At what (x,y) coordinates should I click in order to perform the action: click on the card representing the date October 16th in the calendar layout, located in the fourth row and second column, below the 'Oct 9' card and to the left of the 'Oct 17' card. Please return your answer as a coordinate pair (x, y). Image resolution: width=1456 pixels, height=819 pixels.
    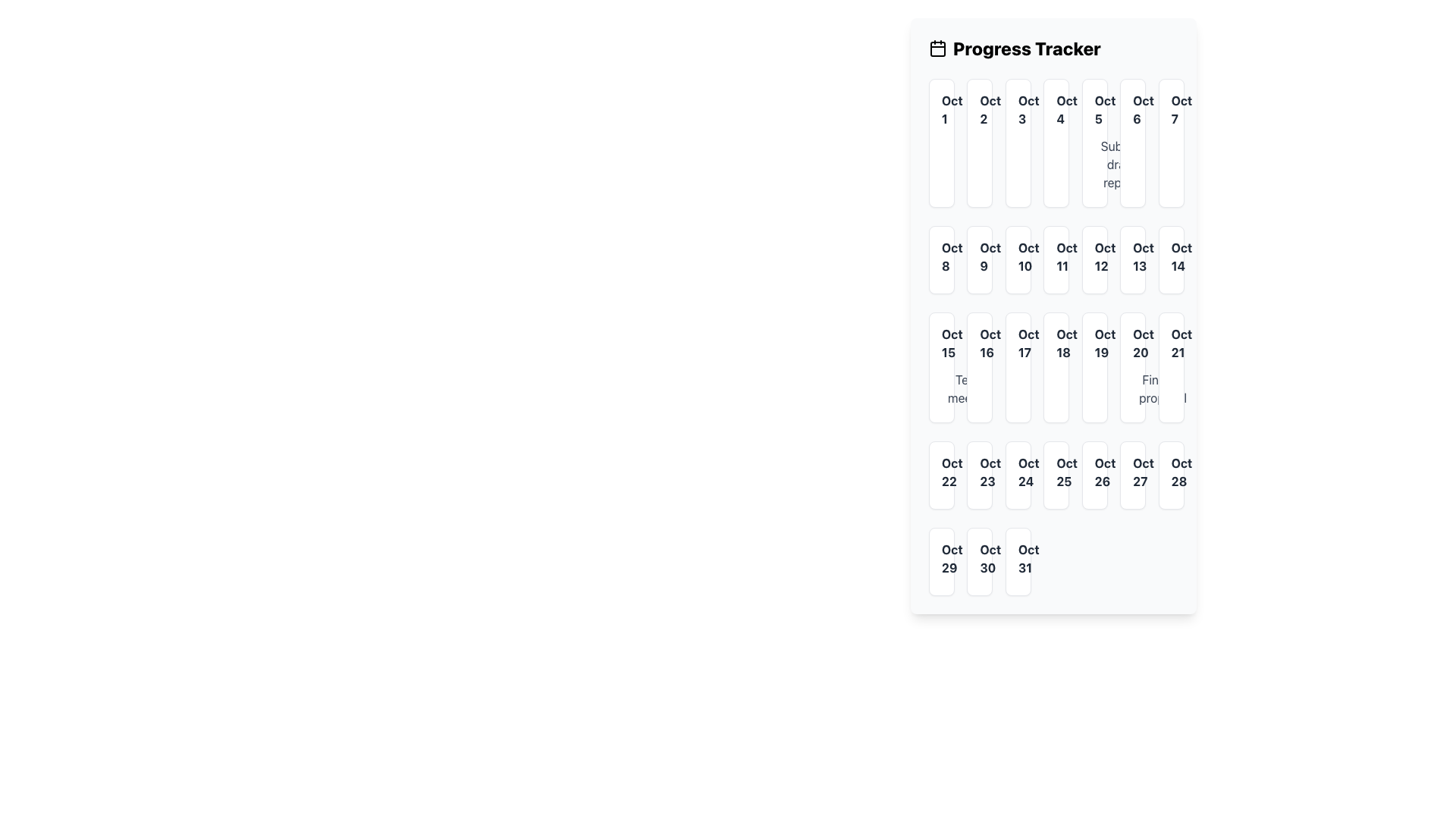
    Looking at the image, I should click on (980, 368).